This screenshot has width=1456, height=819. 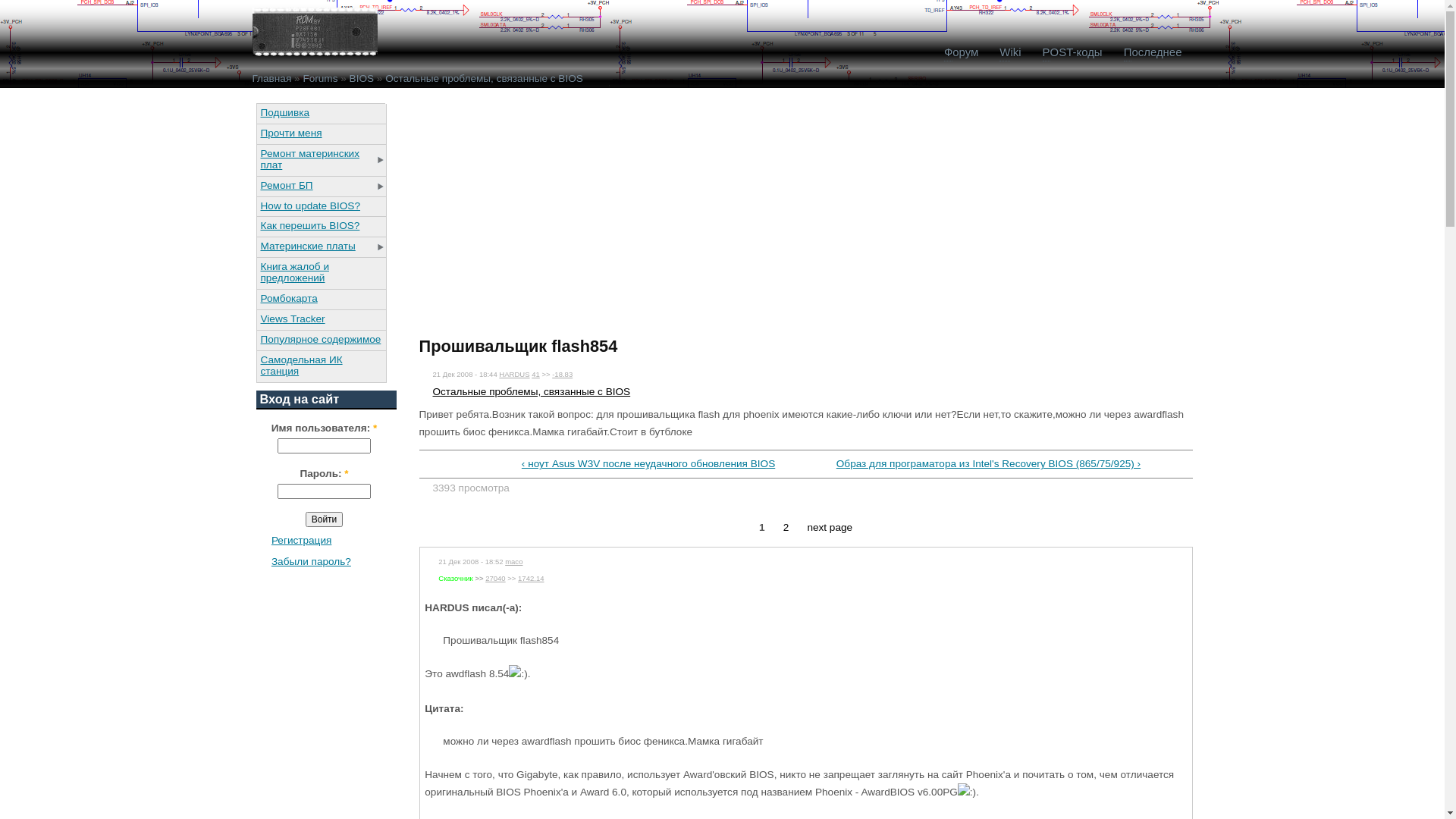 What do you see at coordinates (478, 578) in the screenshot?
I see `'>>'` at bounding box center [478, 578].